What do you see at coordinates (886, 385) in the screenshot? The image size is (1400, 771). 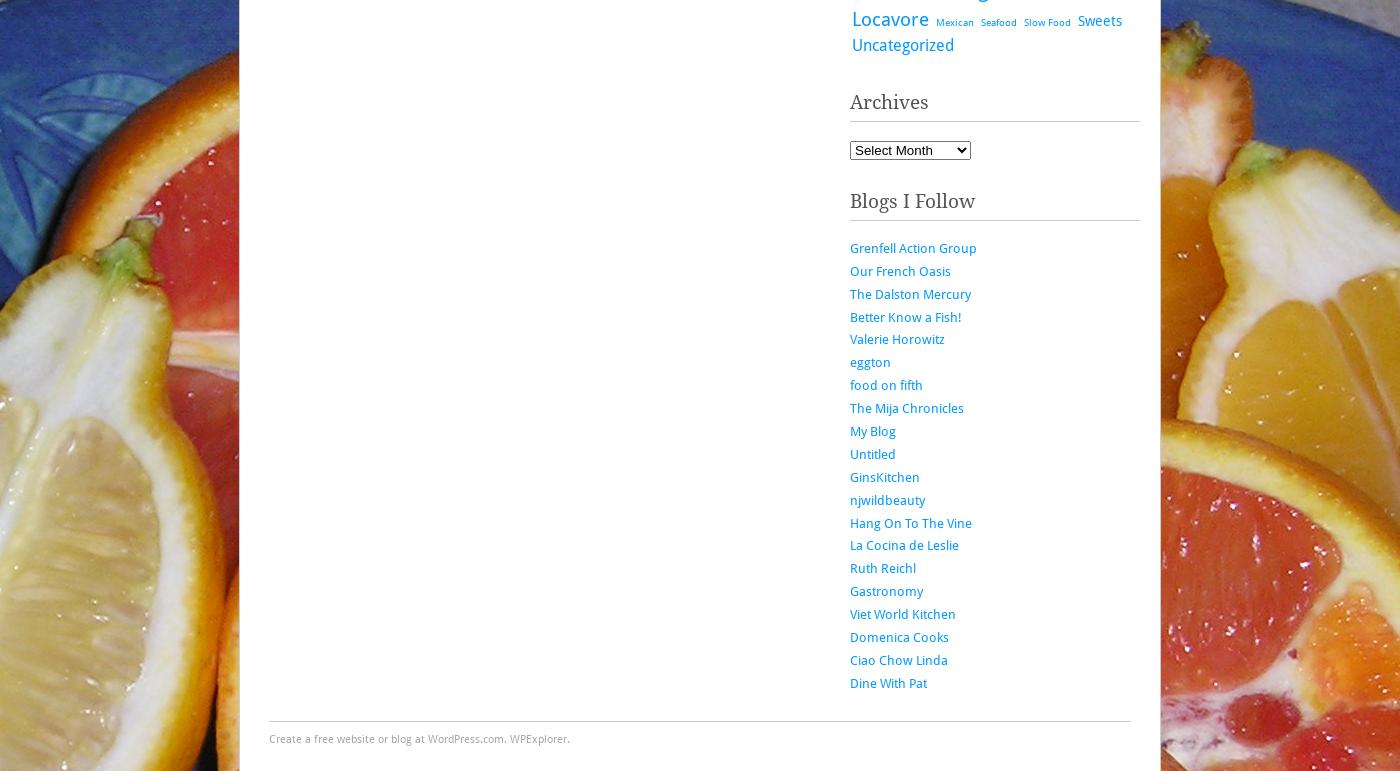 I see `'food on fifth'` at bounding box center [886, 385].